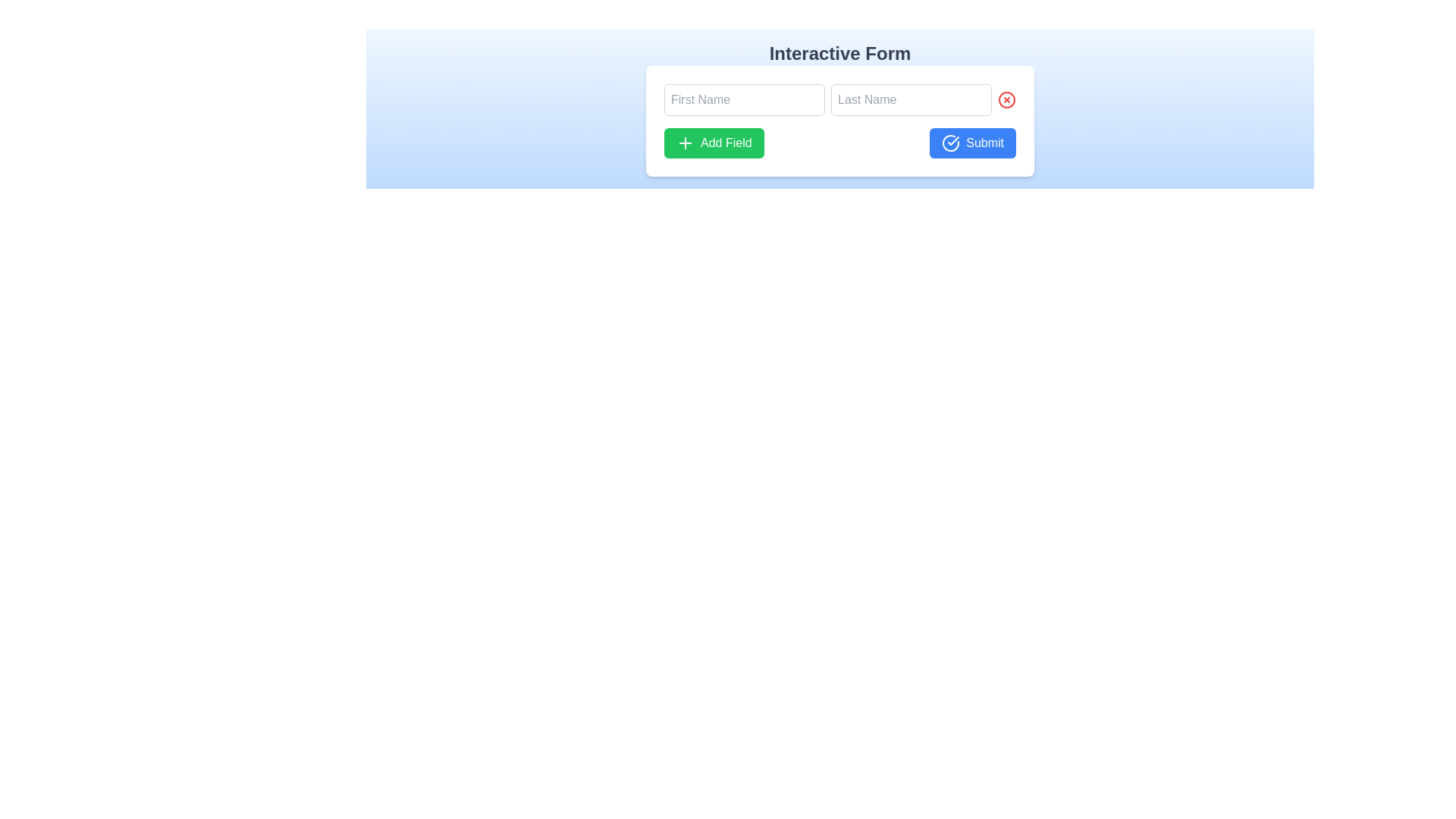  Describe the element at coordinates (952, 140) in the screenshot. I see `the small checkmark icon within the blue submit button, which is part of an SVG graphic` at that location.